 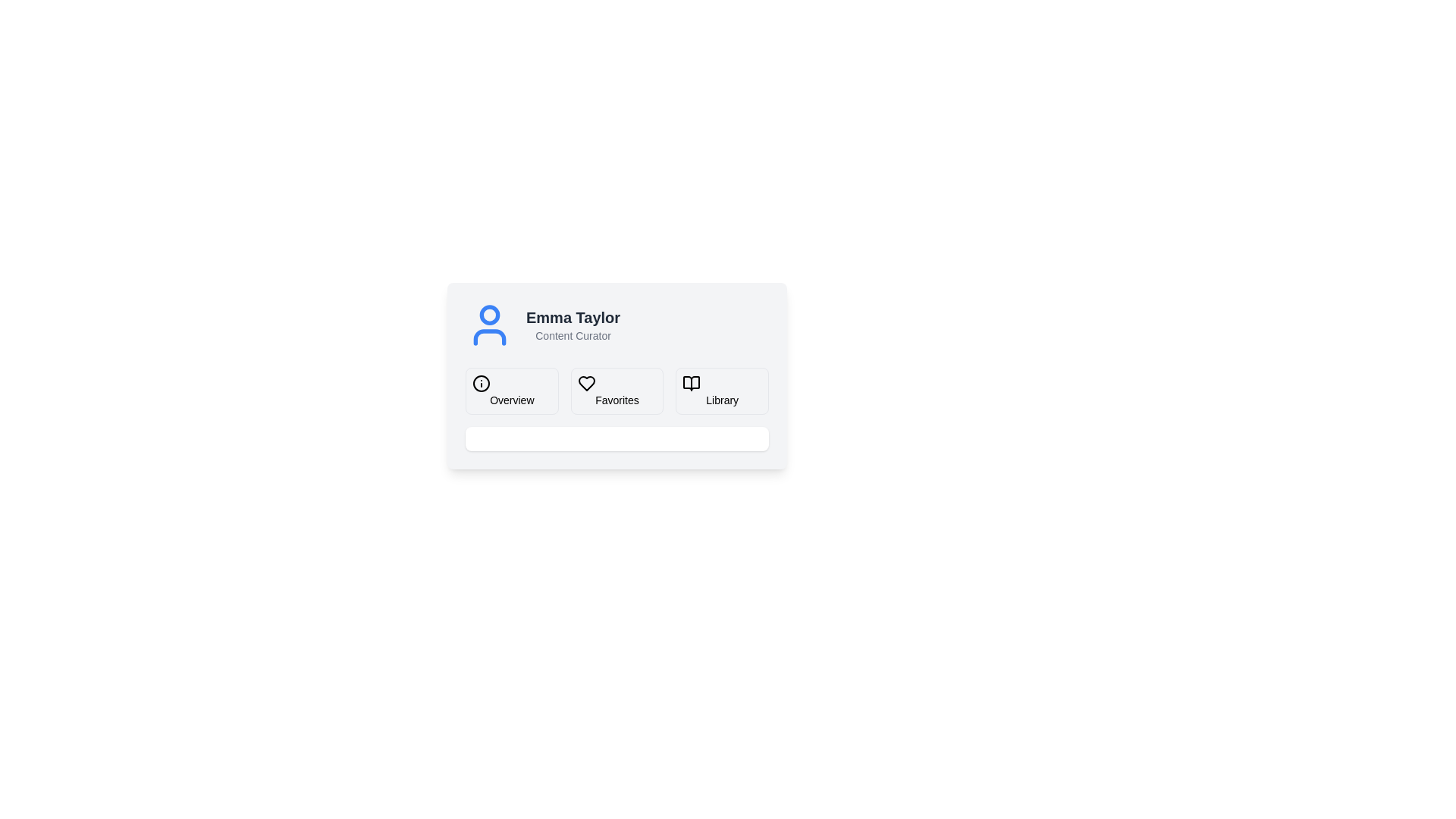 What do you see at coordinates (512, 391) in the screenshot?
I see `the 'Overview' button, which is the first item in a horizontal group of navigation tools` at bounding box center [512, 391].